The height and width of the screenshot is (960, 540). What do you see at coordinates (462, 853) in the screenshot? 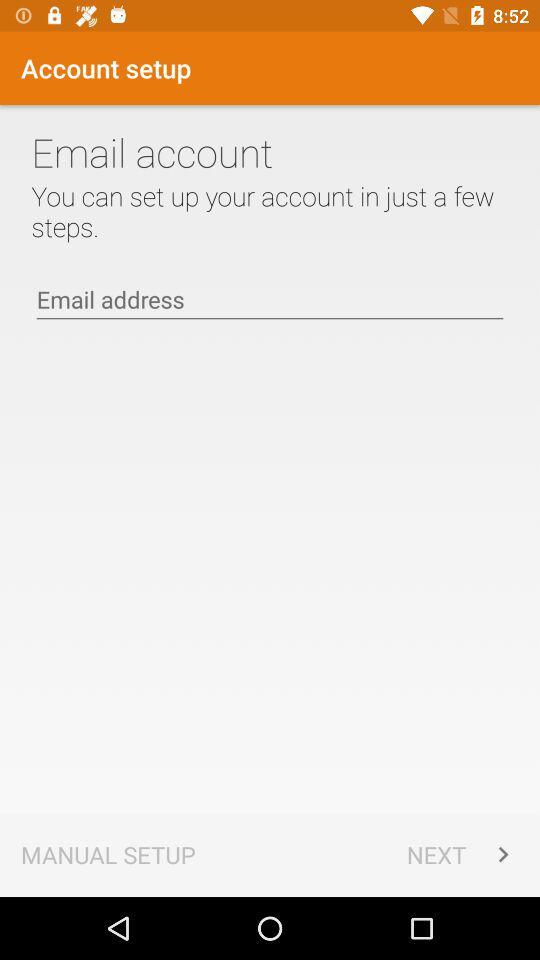
I see `the icon at the bottom right corner` at bounding box center [462, 853].